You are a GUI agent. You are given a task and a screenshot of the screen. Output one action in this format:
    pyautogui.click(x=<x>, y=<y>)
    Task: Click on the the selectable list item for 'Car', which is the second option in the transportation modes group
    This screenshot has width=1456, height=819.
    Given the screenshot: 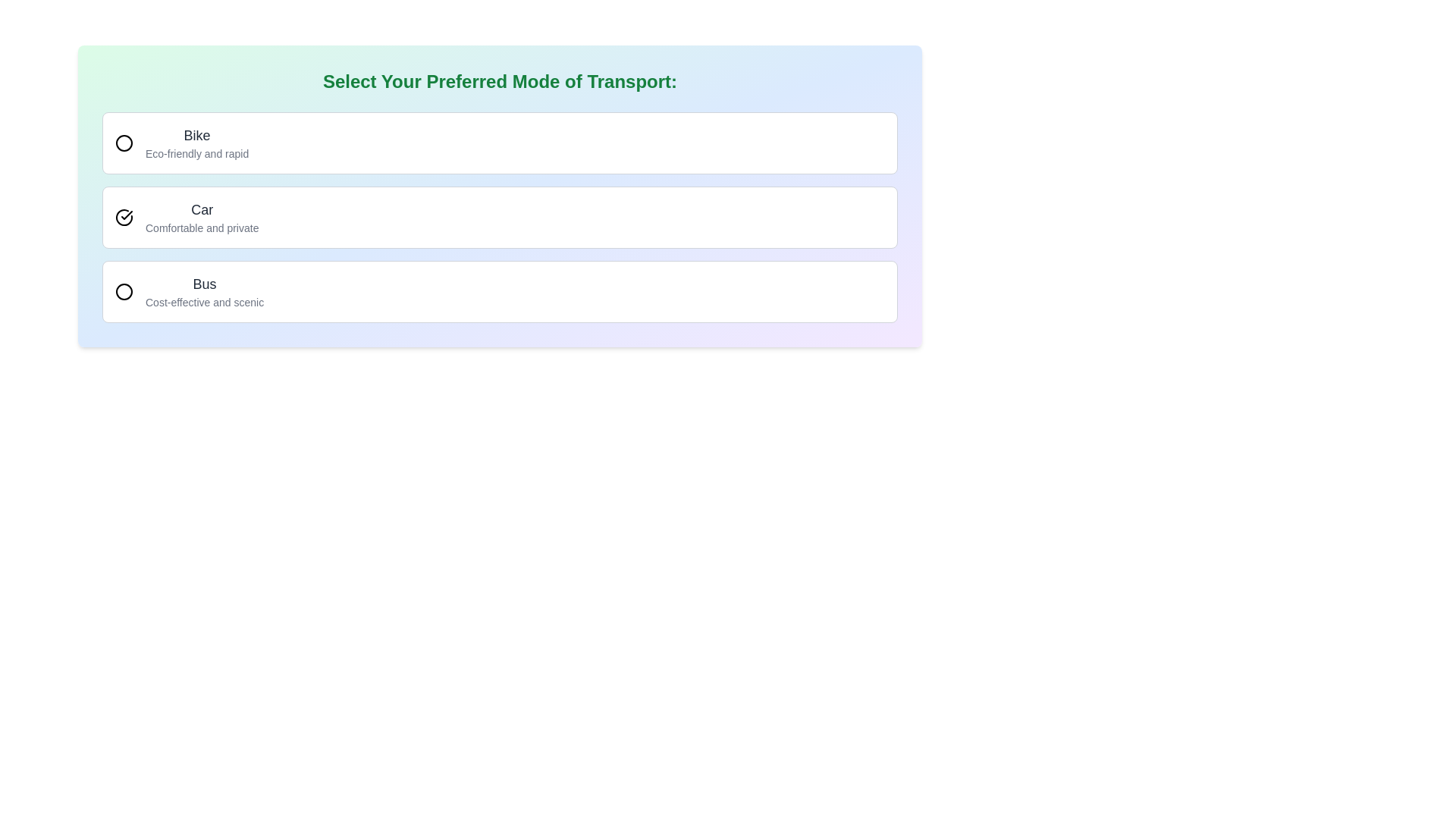 What is the action you would take?
    pyautogui.click(x=500, y=217)
    